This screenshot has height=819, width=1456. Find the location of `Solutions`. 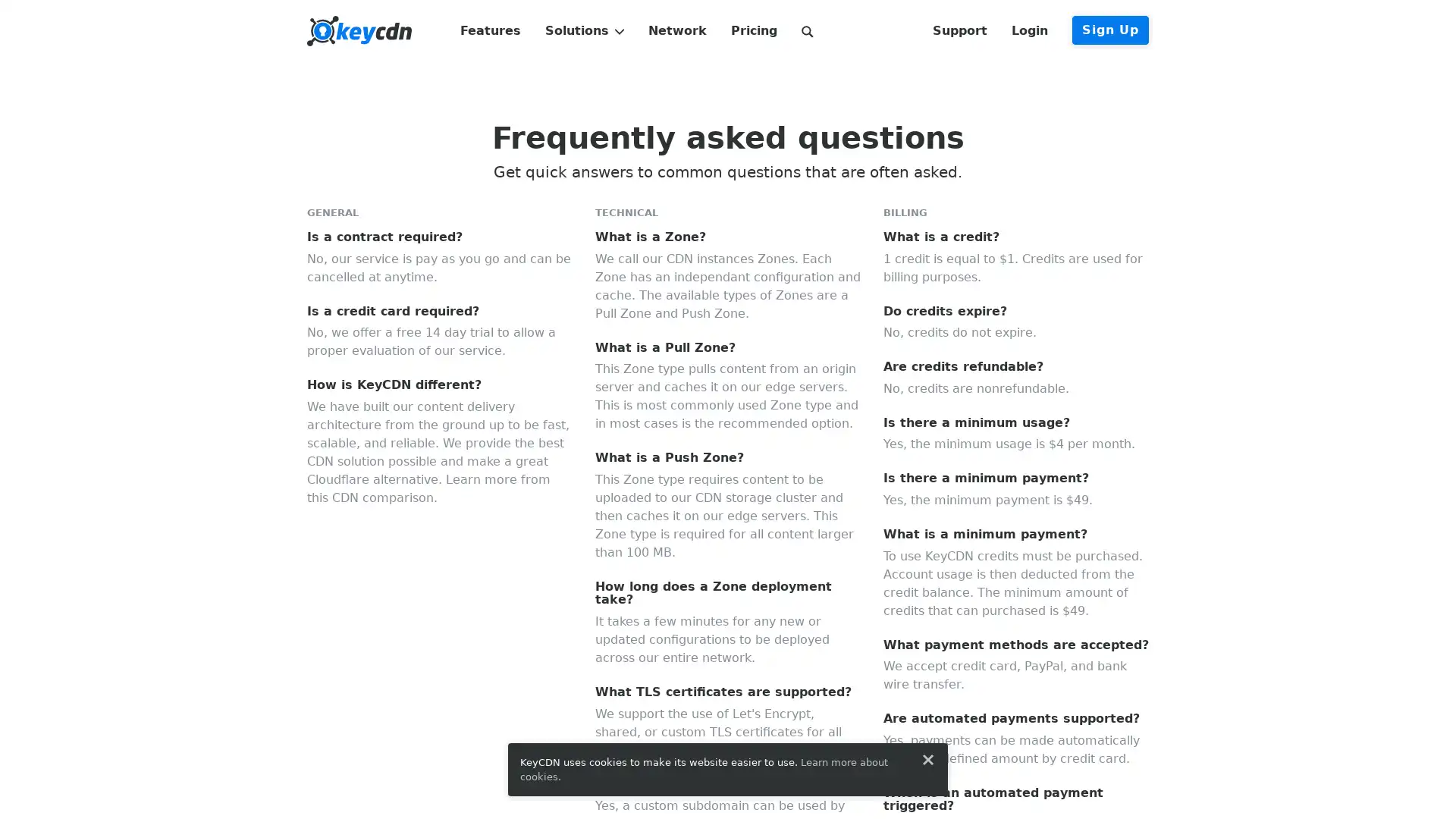

Solutions is located at coordinates (583, 31).